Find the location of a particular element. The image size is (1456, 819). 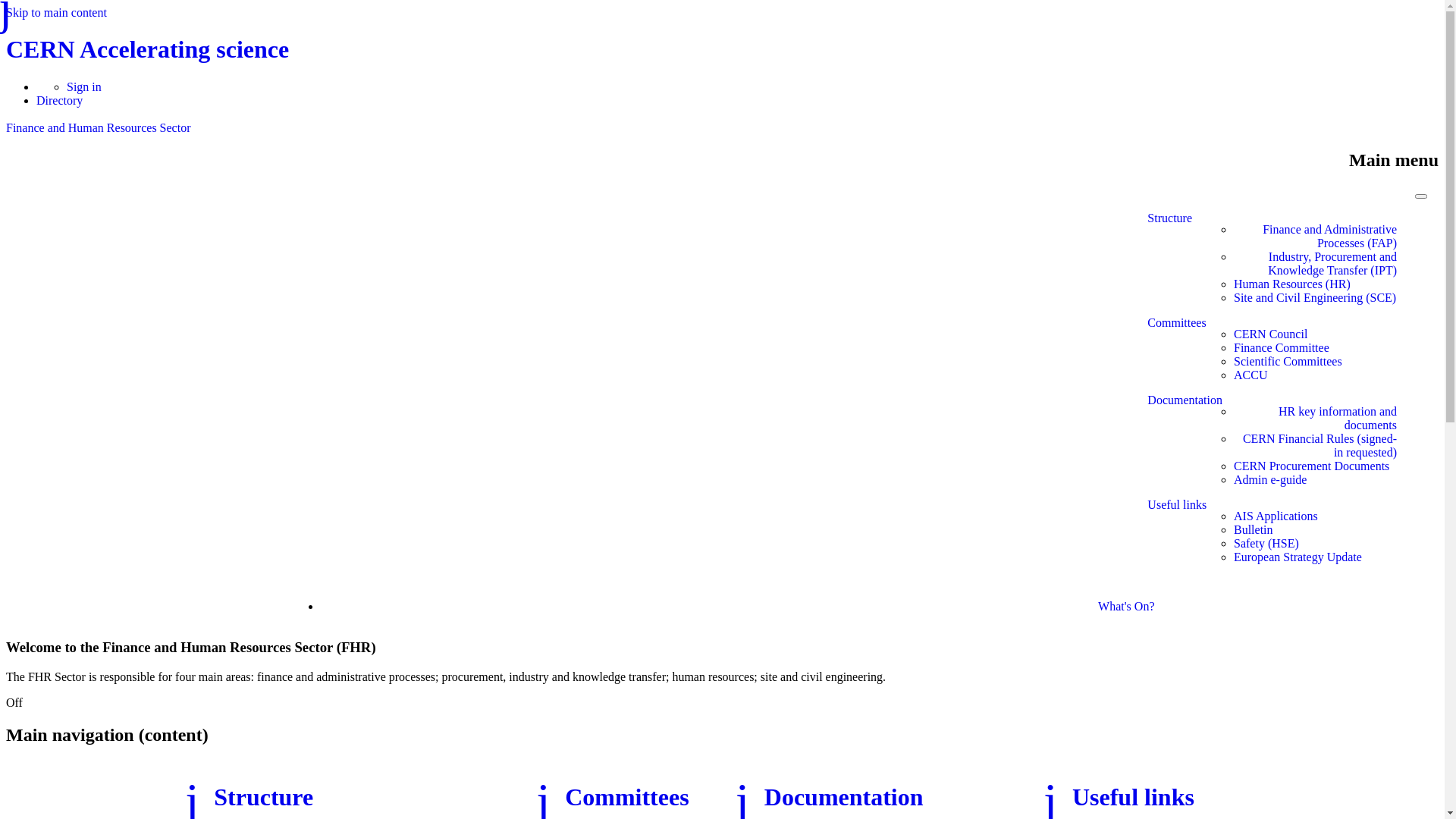

'Bulletin' is located at coordinates (1253, 529).